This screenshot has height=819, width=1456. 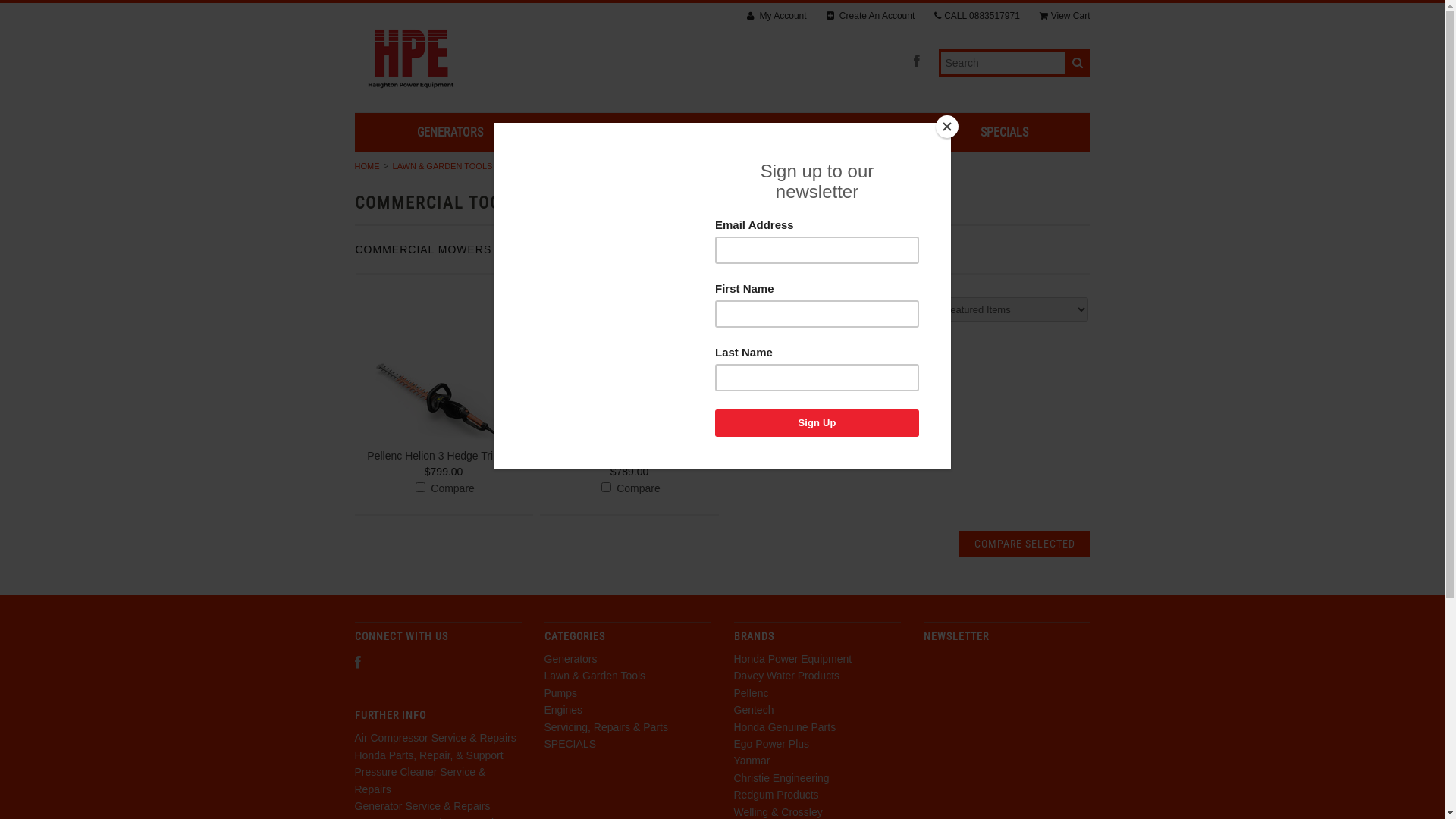 I want to click on 'Facebook', so click(x=356, y=662).